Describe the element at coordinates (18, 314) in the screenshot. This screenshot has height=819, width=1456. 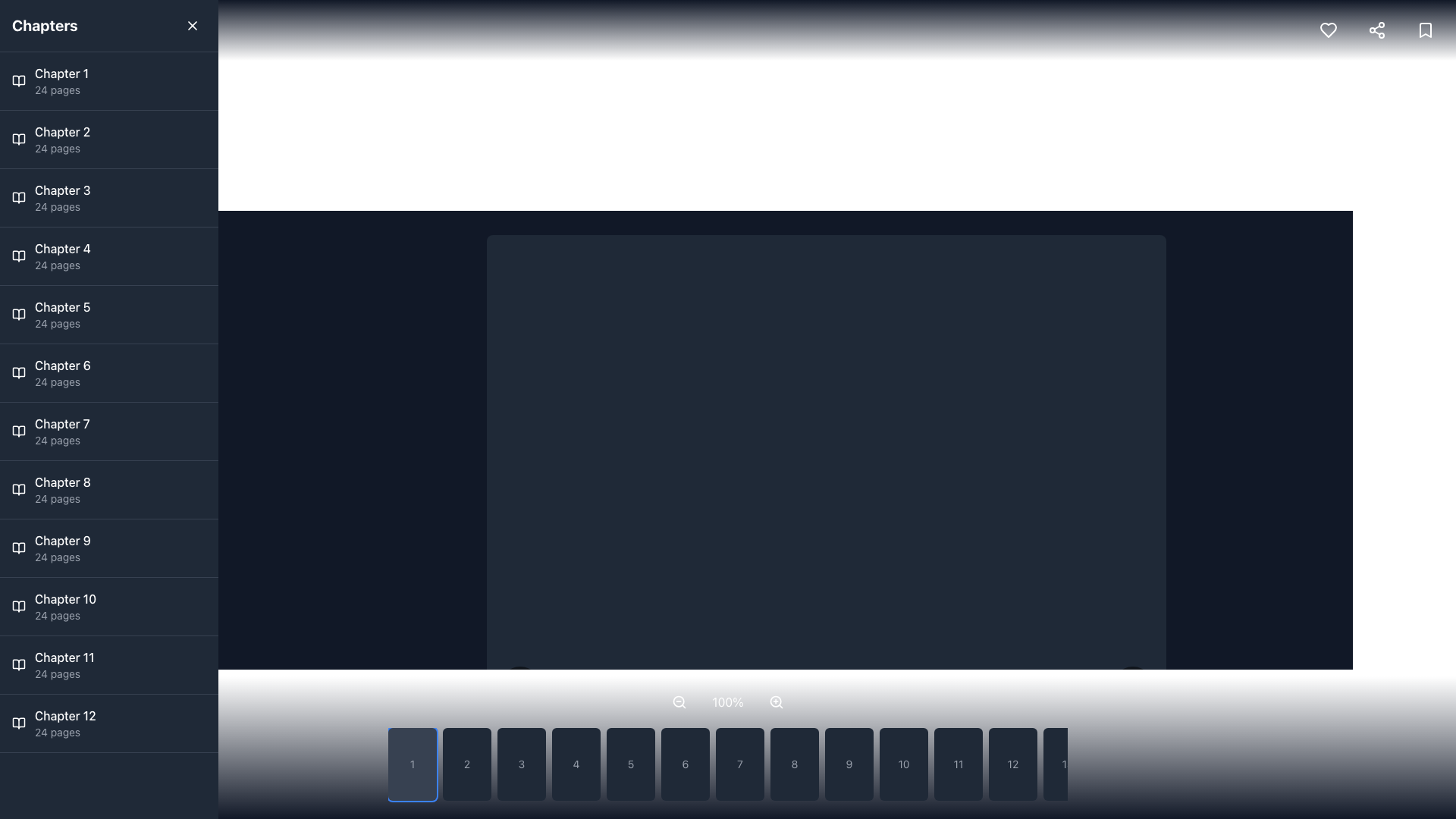
I see `the open book icon corresponding to 'Chapter 5' in the sidebar menu` at that location.